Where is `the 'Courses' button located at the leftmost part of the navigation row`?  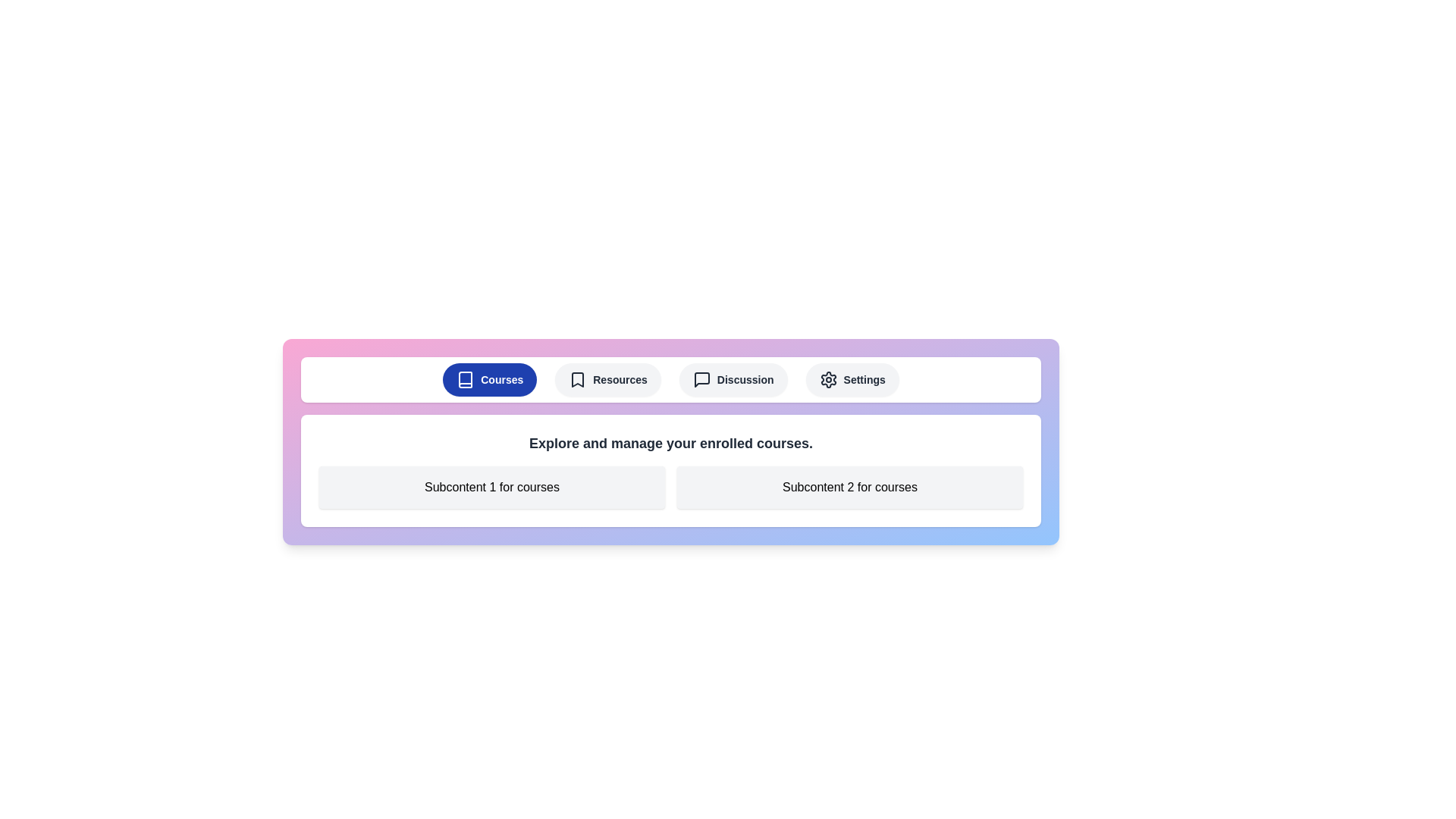 the 'Courses' button located at the leftmost part of the navigation row is located at coordinates (465, 379).